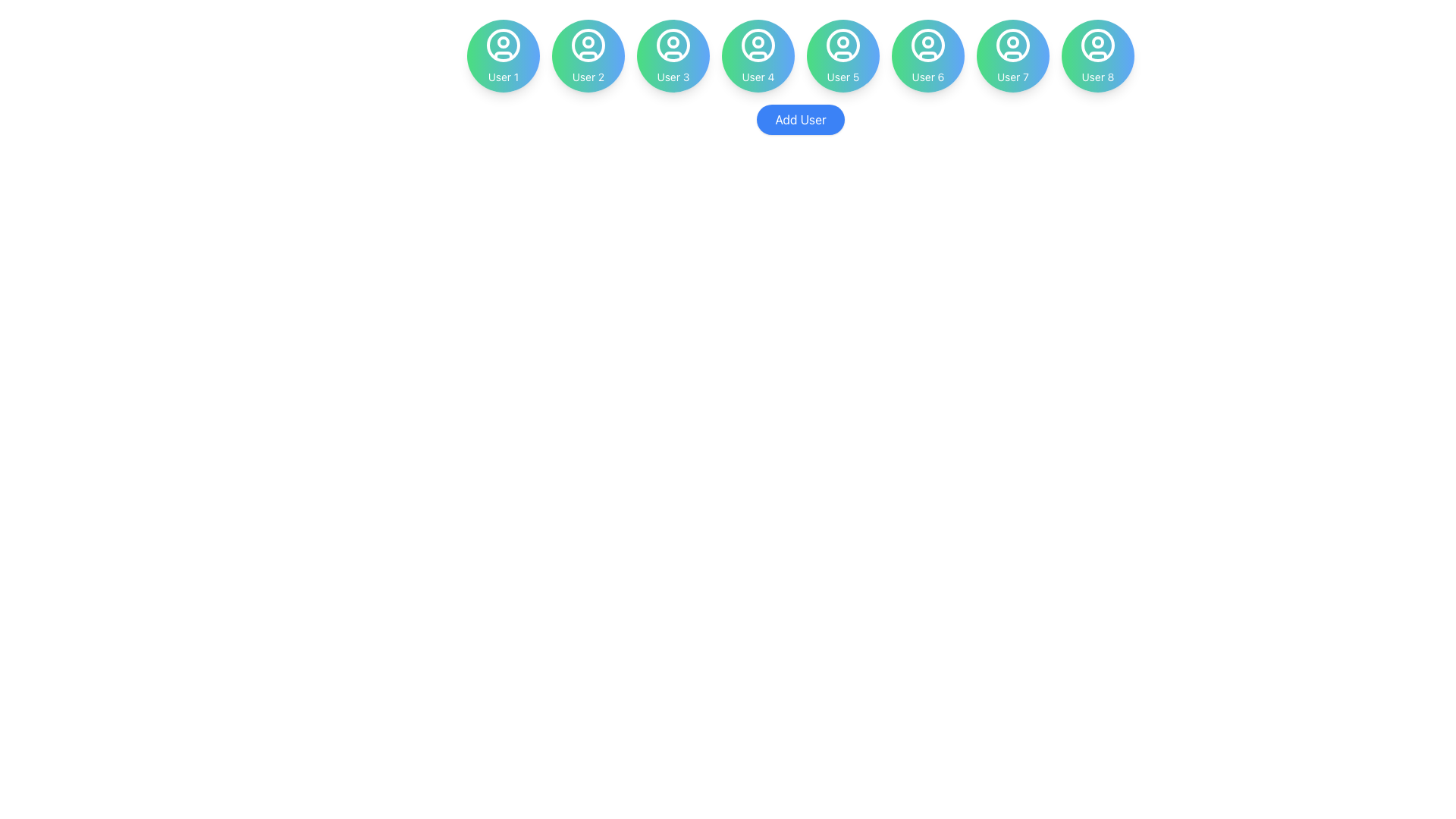  I want to click on the SVG Icon representing the user profile functionality located within the fourth rounded card labeled 'User 4', so click(758, 45).